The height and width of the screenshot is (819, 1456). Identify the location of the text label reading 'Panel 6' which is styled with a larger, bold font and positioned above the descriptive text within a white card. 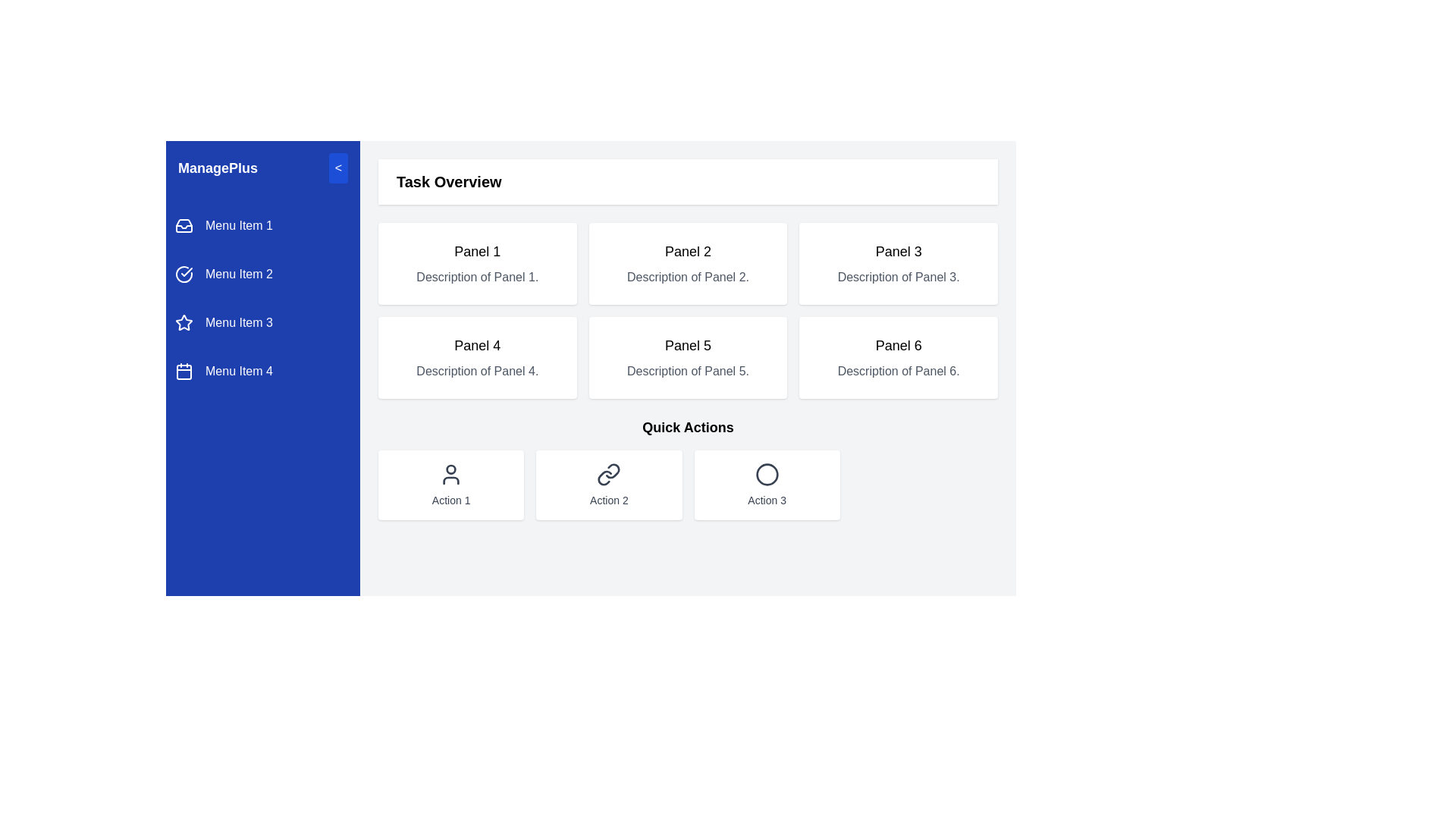
(899, 345).